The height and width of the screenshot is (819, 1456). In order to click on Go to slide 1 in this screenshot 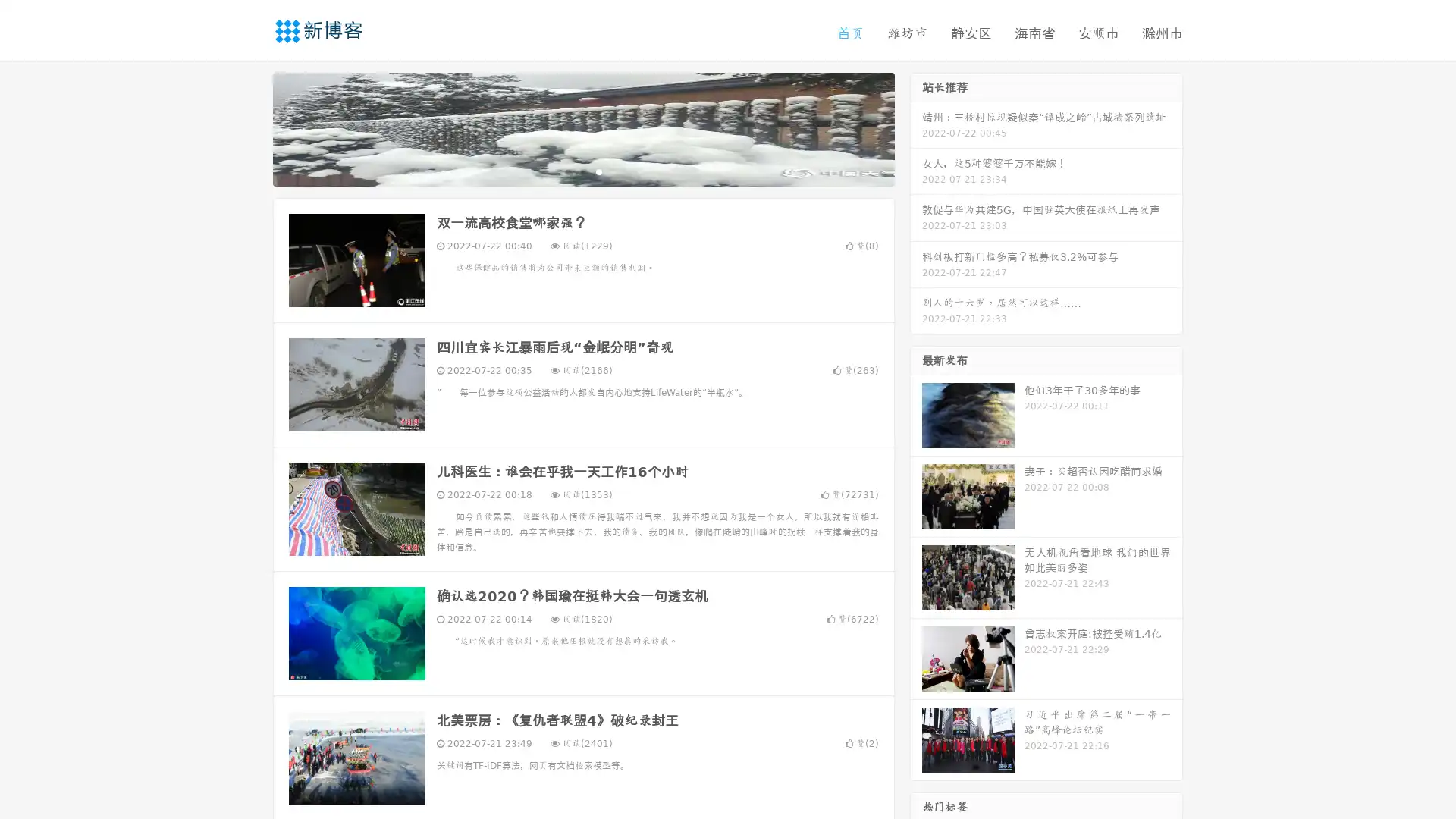, I will do `click(567, 171)`.